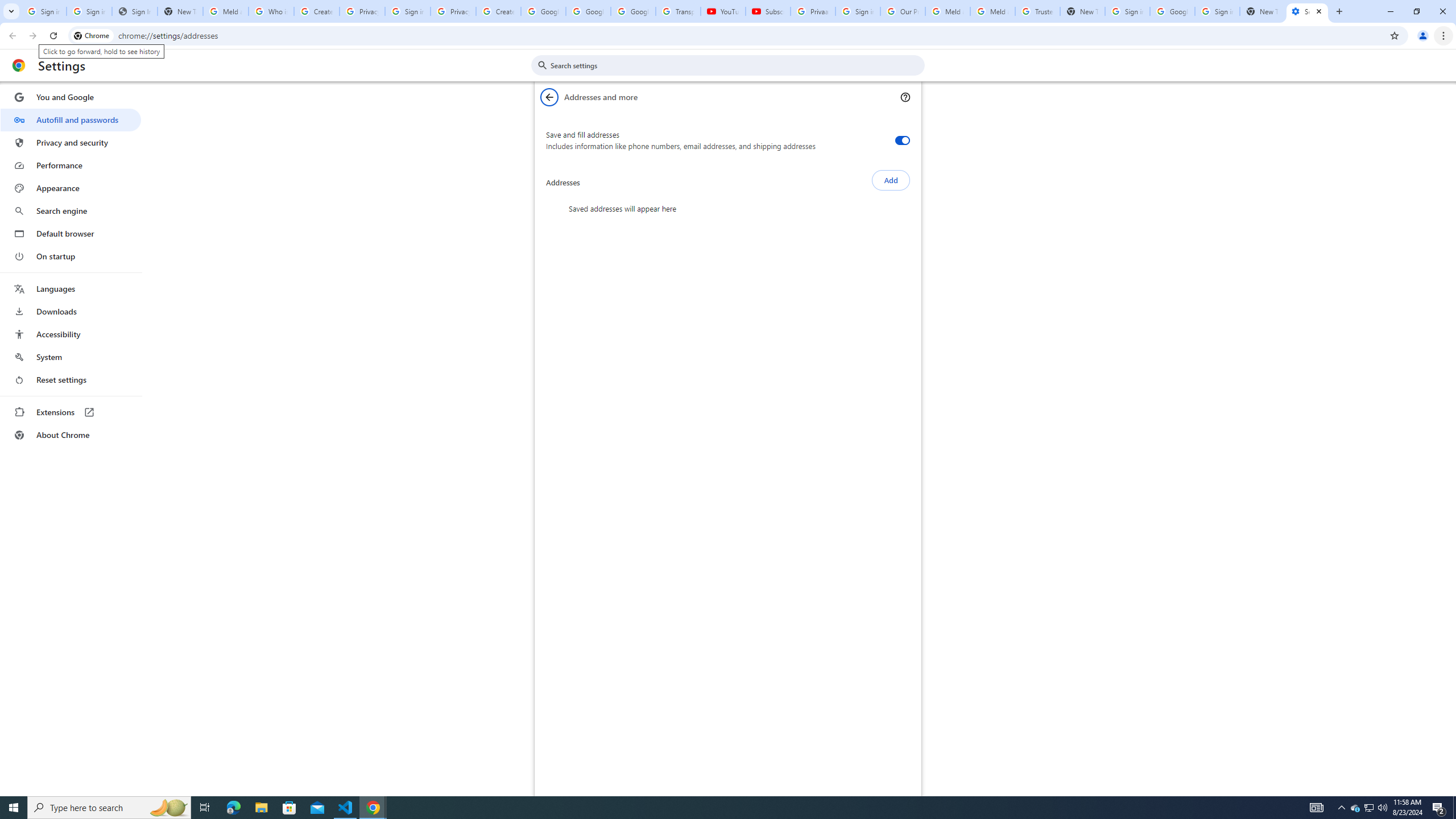  I want to click on 'Appearance', so click(70, 188).